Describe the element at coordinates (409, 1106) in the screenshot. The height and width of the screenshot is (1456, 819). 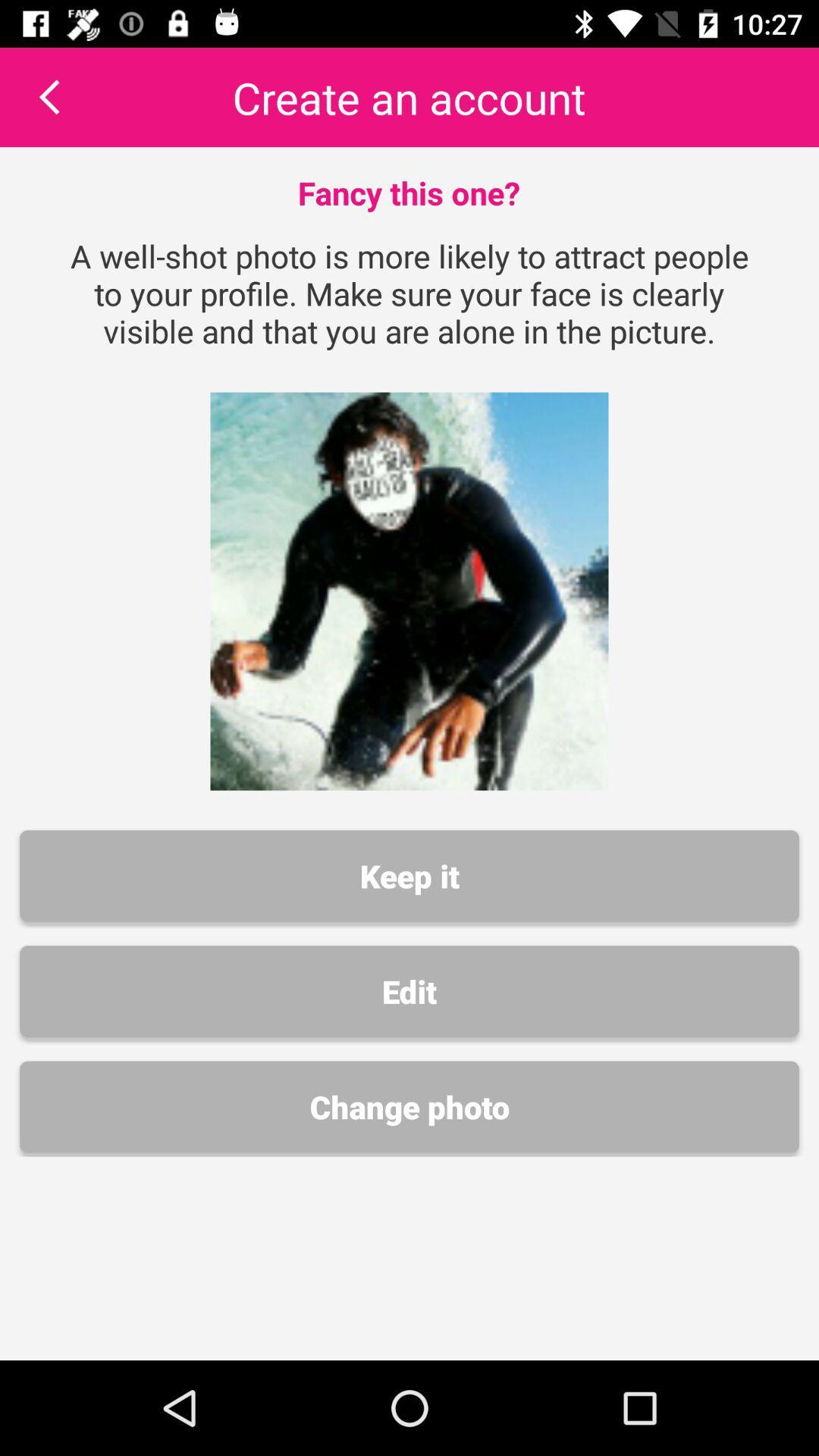
I see `button below the edit button` at that location.